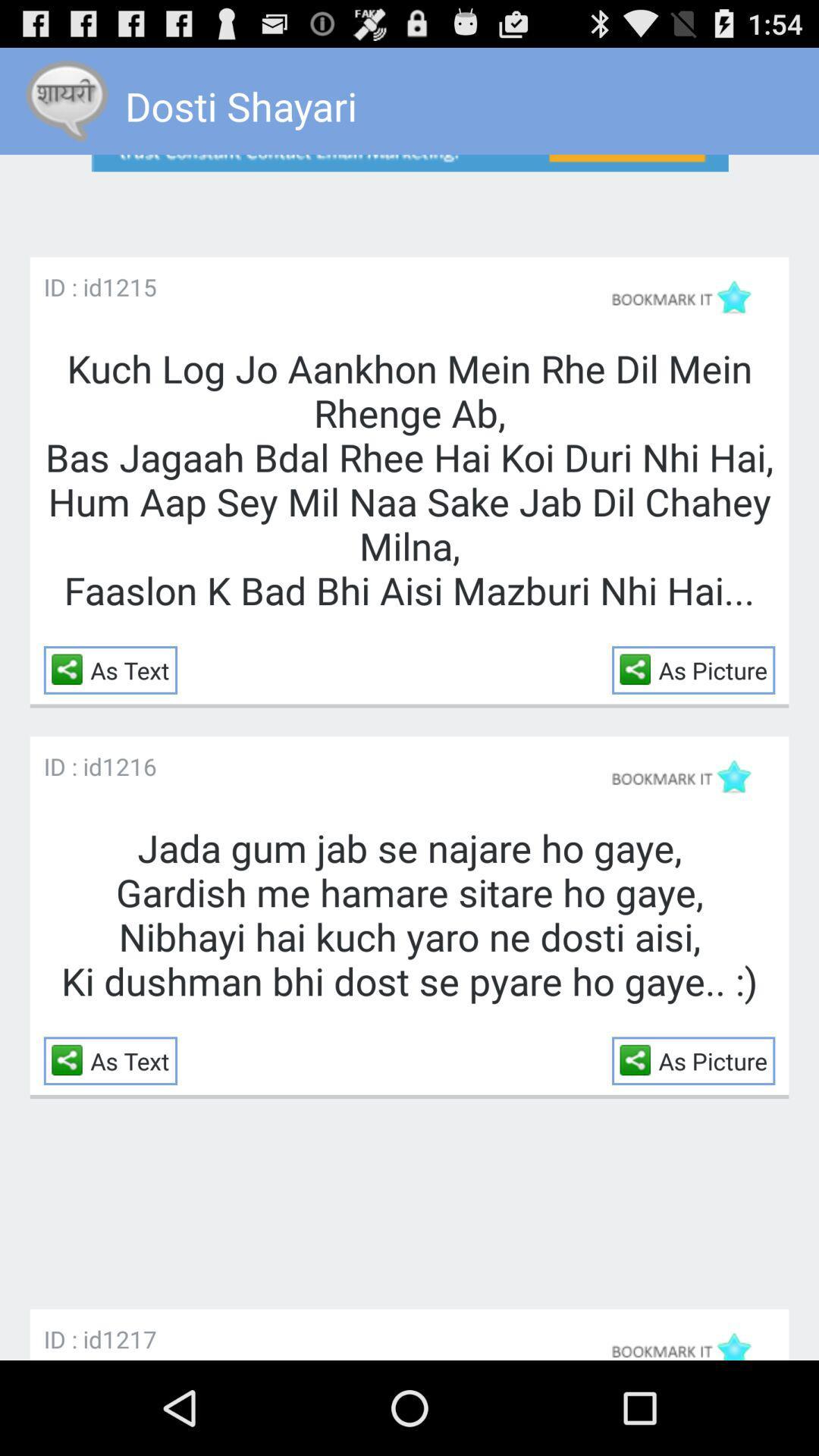 The width and height of the screenshot is (819, 1456). What do you see at coordinates (688, 297) in the screenshot?
I see `marks as bookmark` at bounding box center [688, 297].